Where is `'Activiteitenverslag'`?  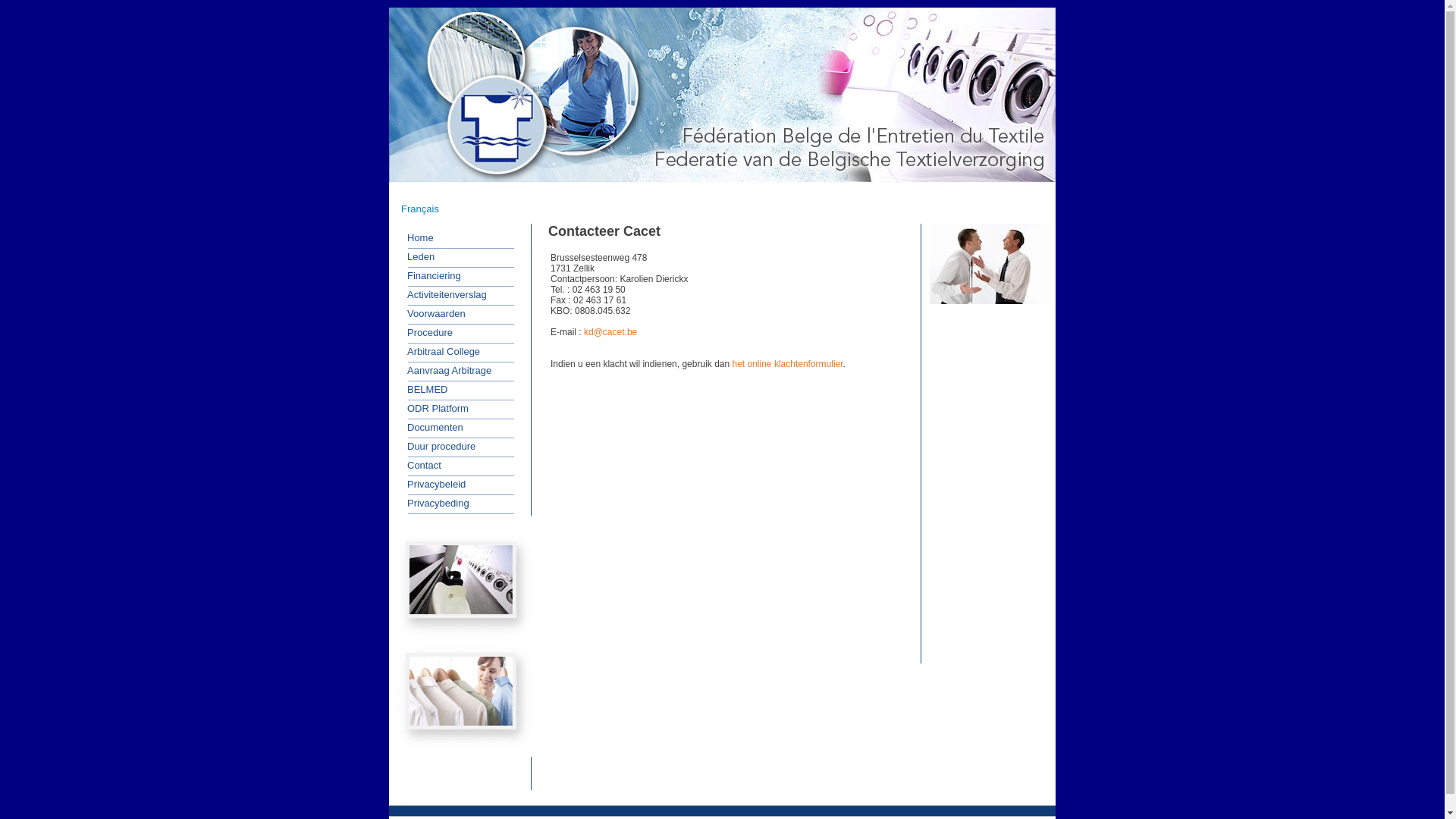
'Activiteitenverslag' is located at coordinates (441, 295).